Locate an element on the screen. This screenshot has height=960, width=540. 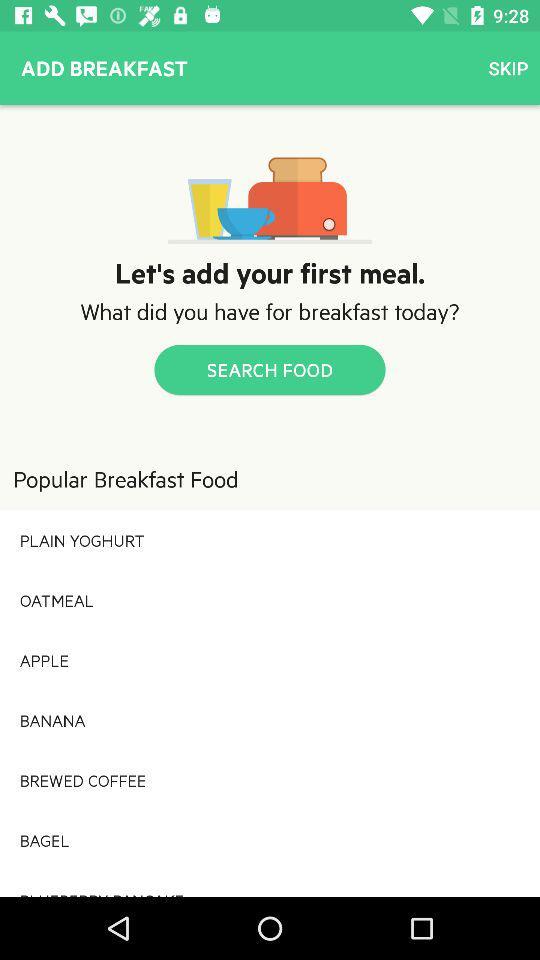
icon above the let s add item is located at coordinates (508, 68).